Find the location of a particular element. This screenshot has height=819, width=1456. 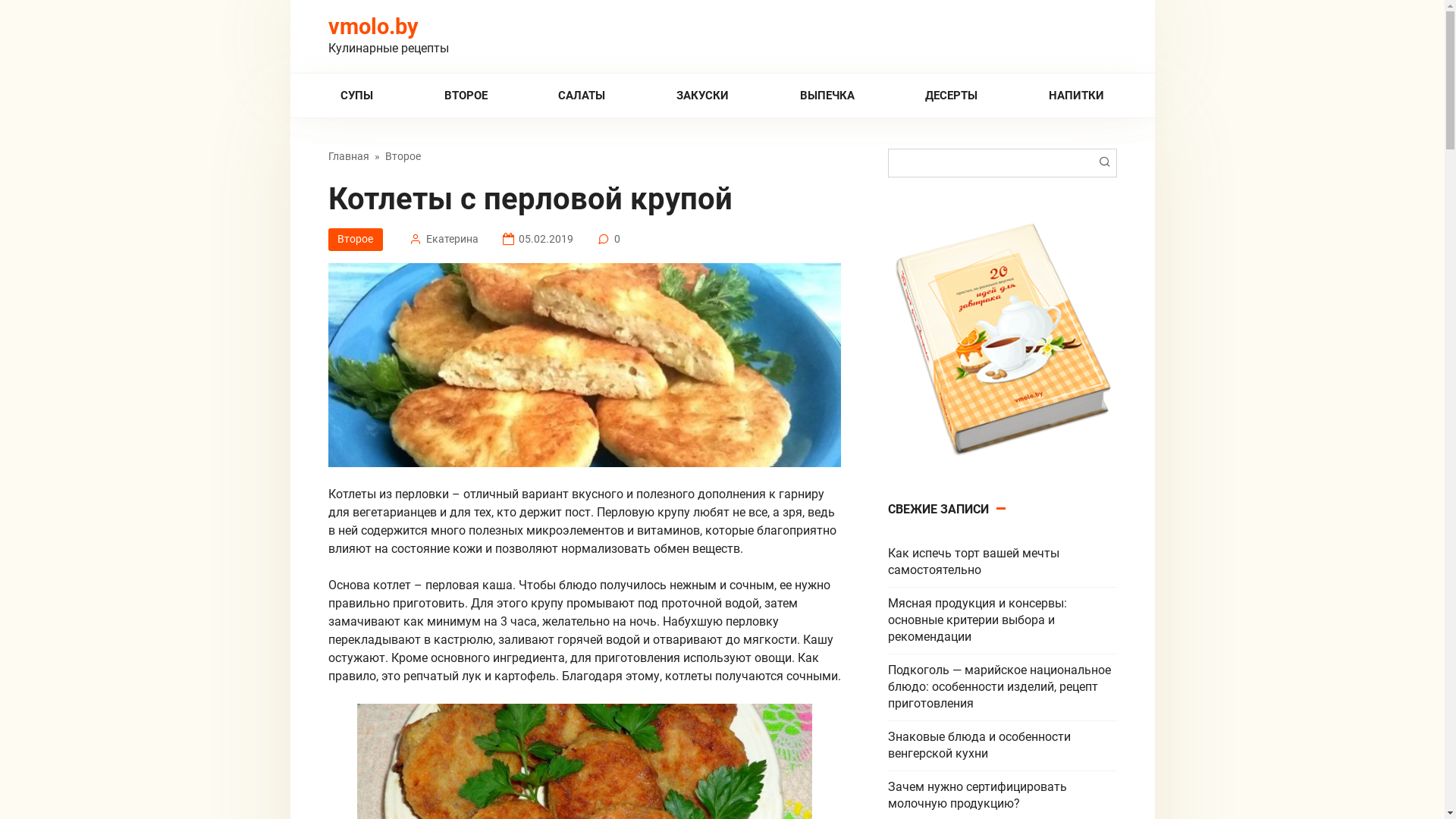

'vmolo.by' is located at coordinates (372, 26).